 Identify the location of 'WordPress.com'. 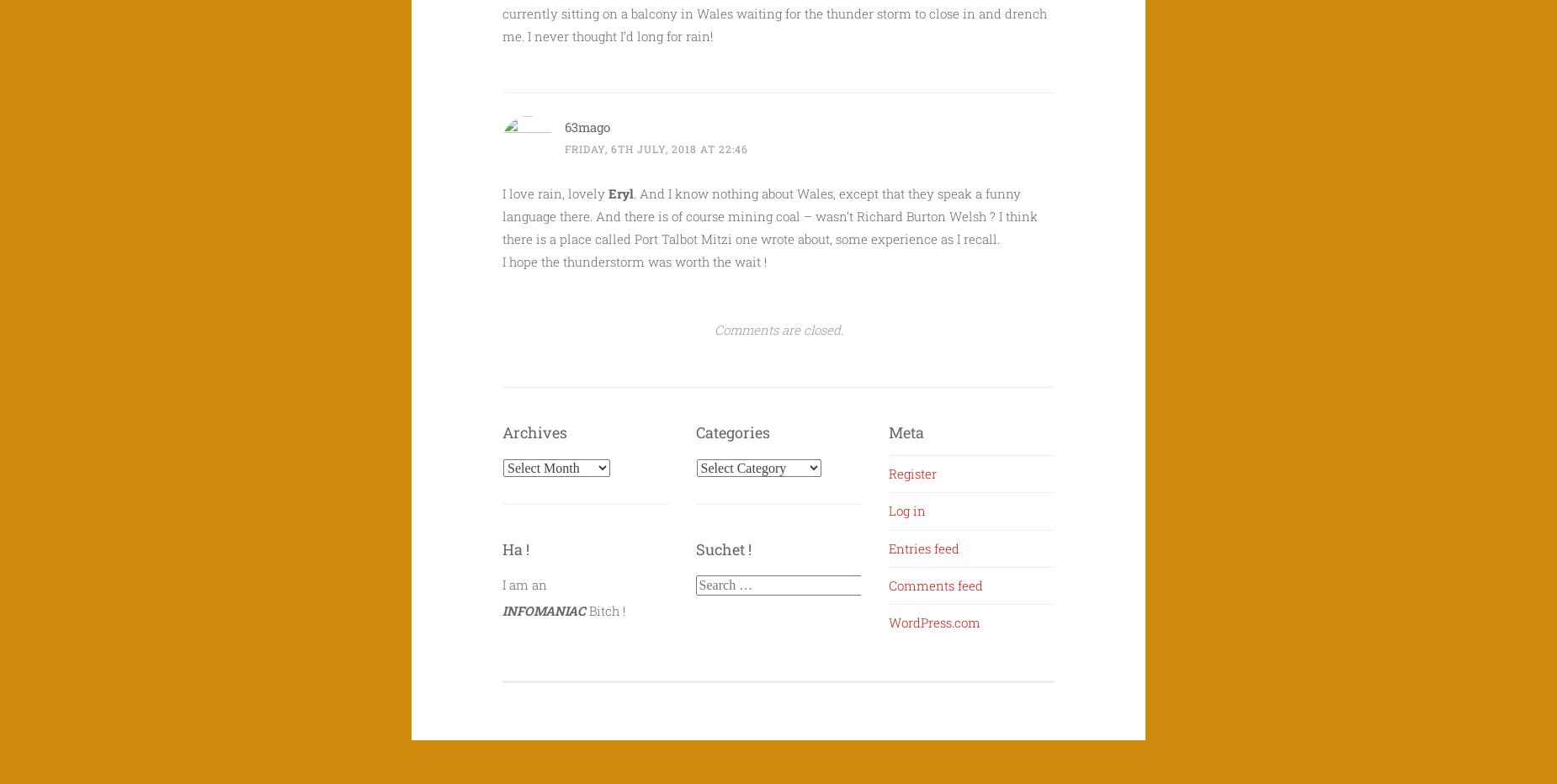
(933, 622).